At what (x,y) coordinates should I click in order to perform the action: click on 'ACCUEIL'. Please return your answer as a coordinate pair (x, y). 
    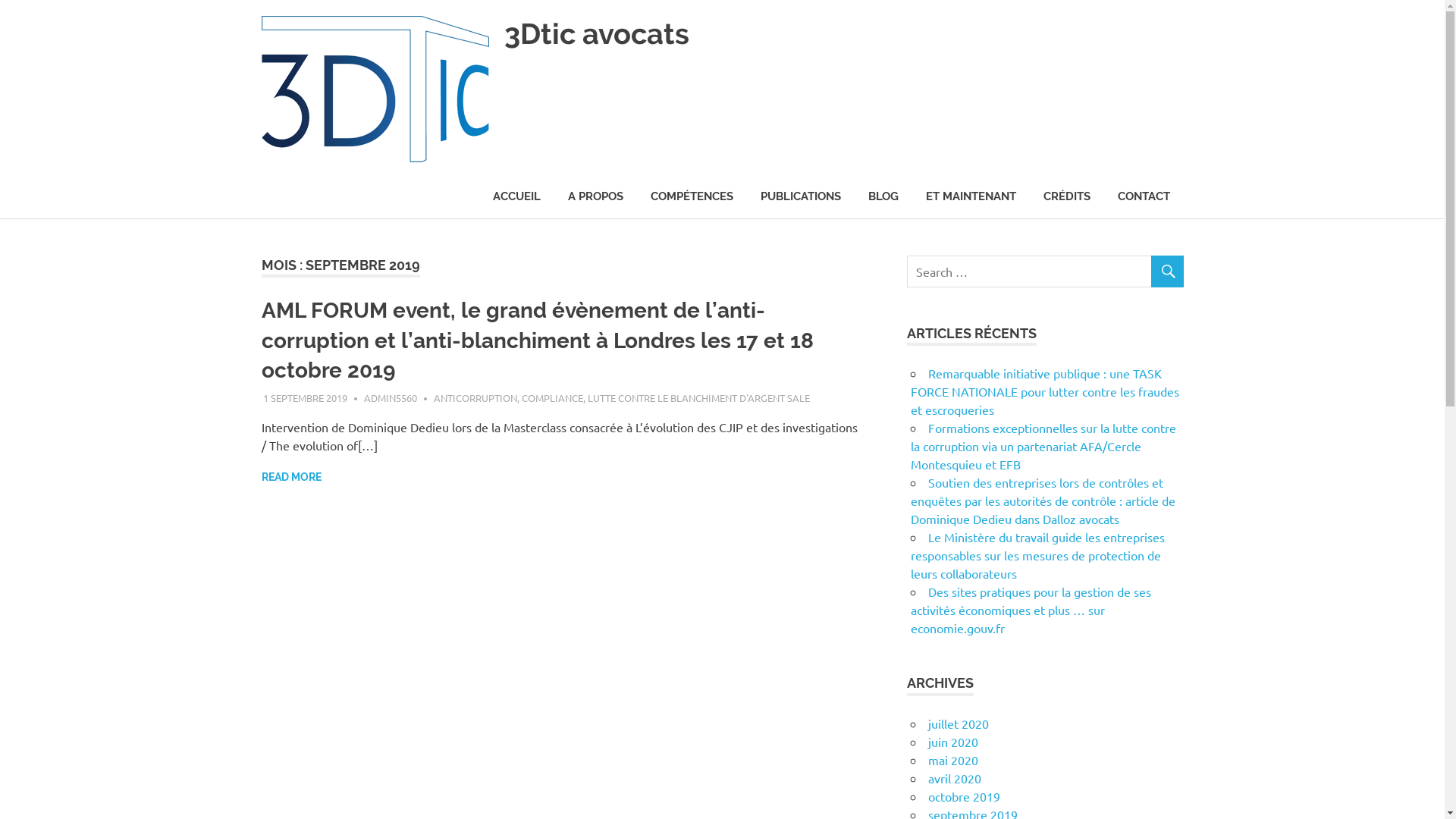
    Looking at the image, I should click on (516, 196).